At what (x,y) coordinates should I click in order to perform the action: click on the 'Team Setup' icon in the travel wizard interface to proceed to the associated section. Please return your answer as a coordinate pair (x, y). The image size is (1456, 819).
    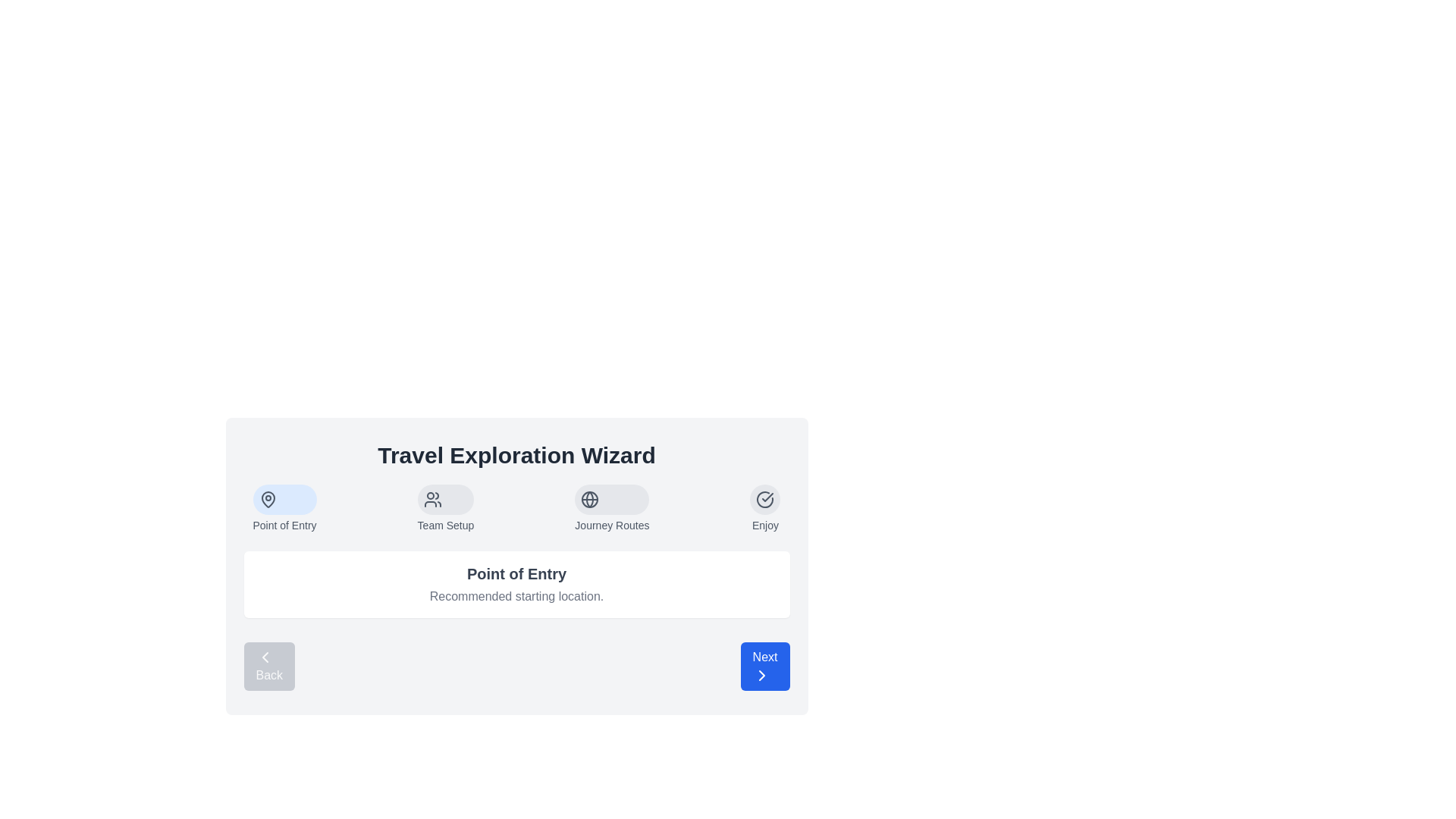
    Looking at the image, I should click on (431, 500).